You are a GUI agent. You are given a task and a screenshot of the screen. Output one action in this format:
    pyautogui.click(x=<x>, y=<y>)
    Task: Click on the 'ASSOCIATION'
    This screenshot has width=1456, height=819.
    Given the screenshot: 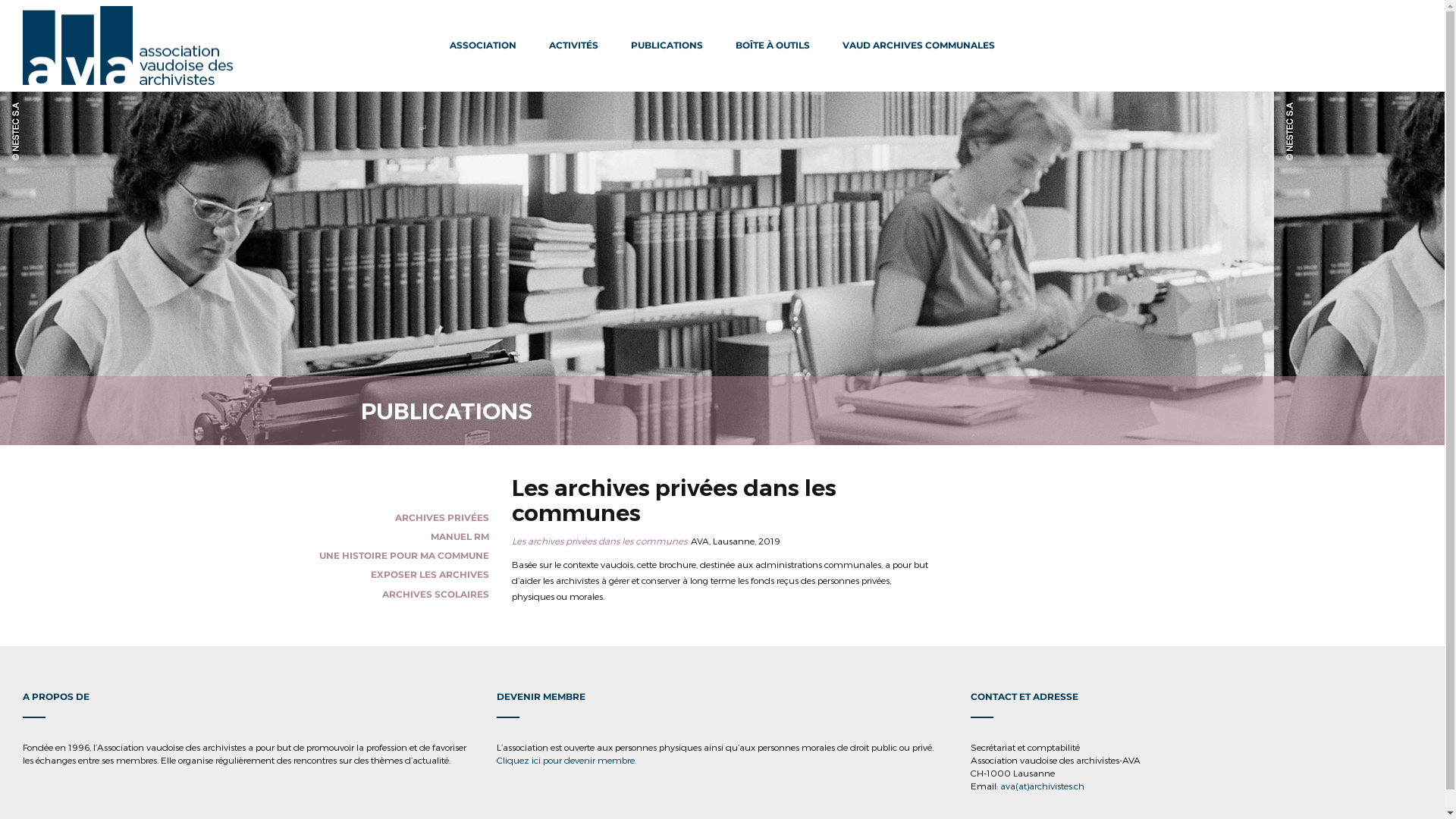 What is the action you would take?
    pyautogui.click(x=482, y=45)
    